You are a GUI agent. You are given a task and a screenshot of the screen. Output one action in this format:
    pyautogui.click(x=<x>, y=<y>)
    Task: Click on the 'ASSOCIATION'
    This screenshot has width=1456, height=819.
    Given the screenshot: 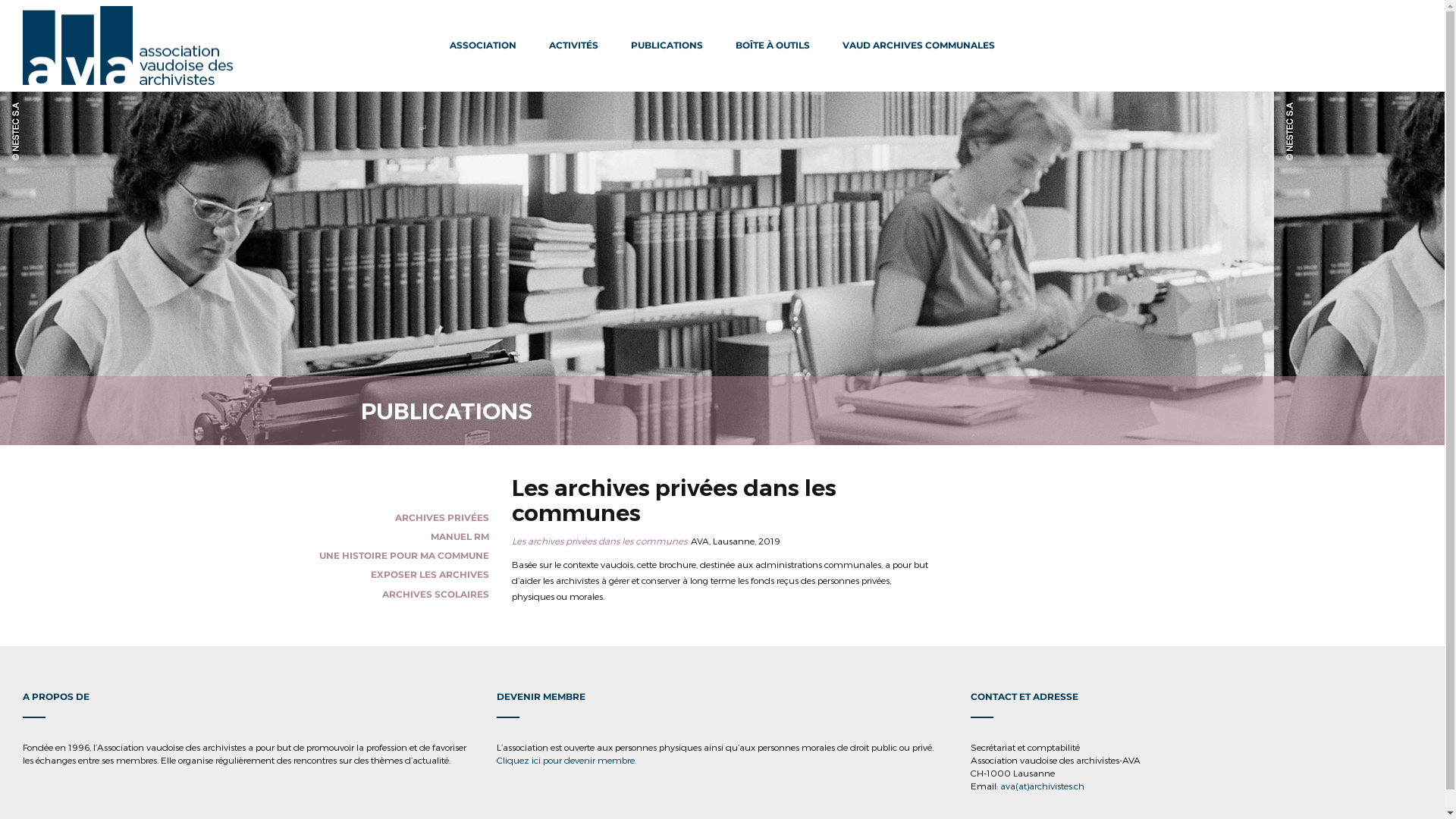 What is the action you would take?
    pyautogui.click(x=482, y=45)
    